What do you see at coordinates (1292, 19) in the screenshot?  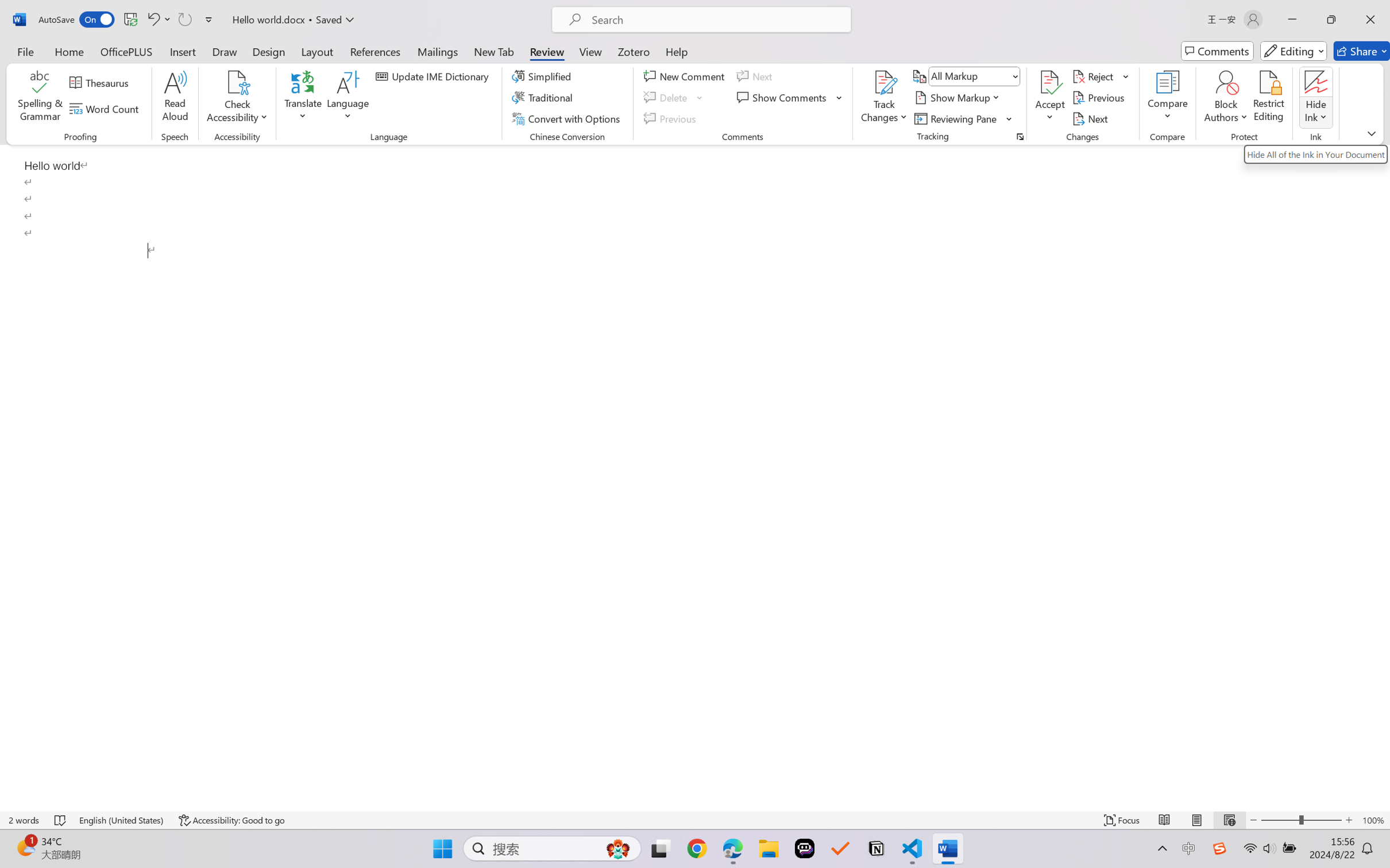 I see `'Minimize'` at bounding box center [1292, 19].